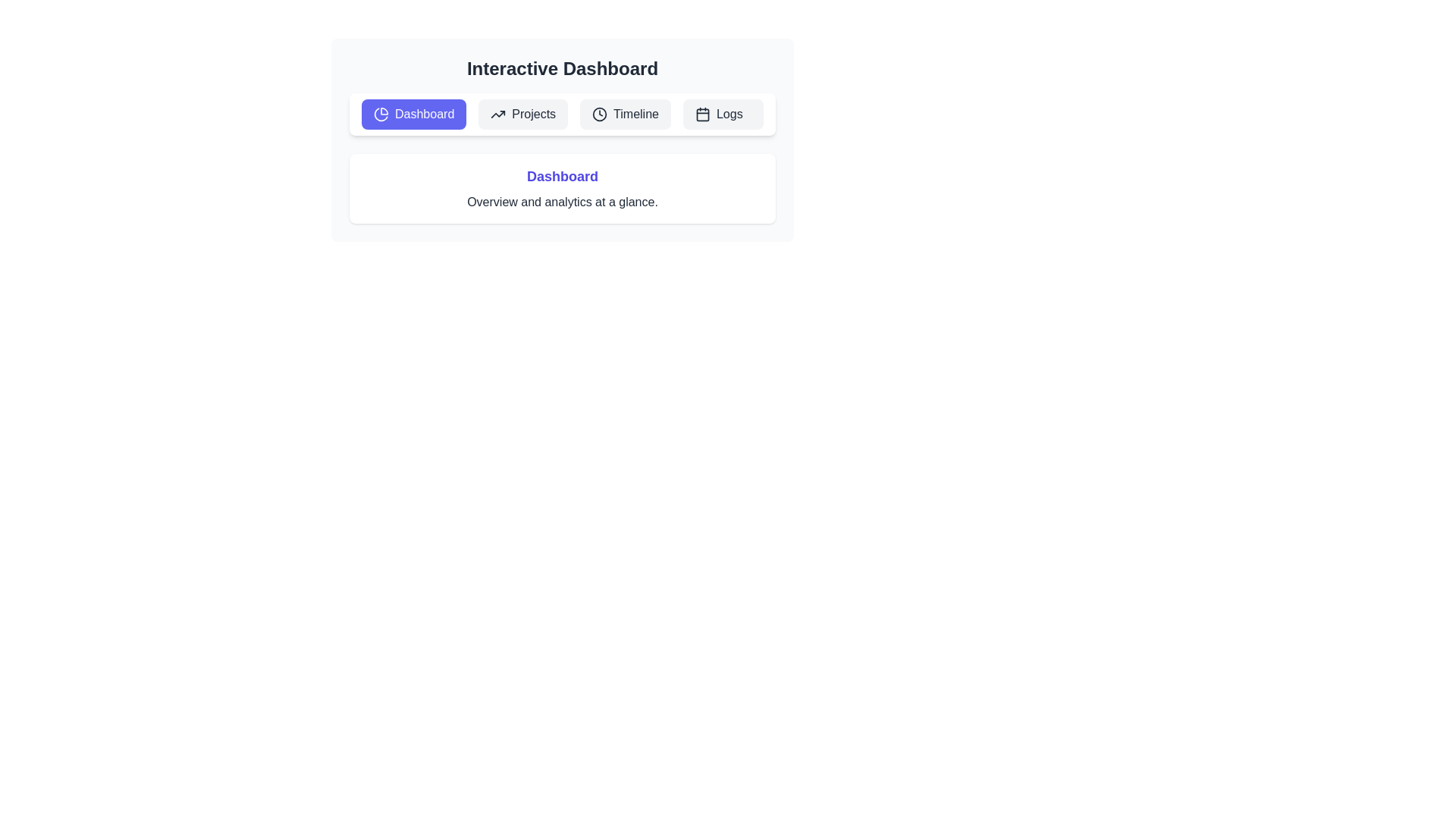 Image resolution: width=1456 pixels, height=819 pixels. Describe the element at coordinates (562, 113) in the screenshot. I see `the tab navigation bar` at that location.